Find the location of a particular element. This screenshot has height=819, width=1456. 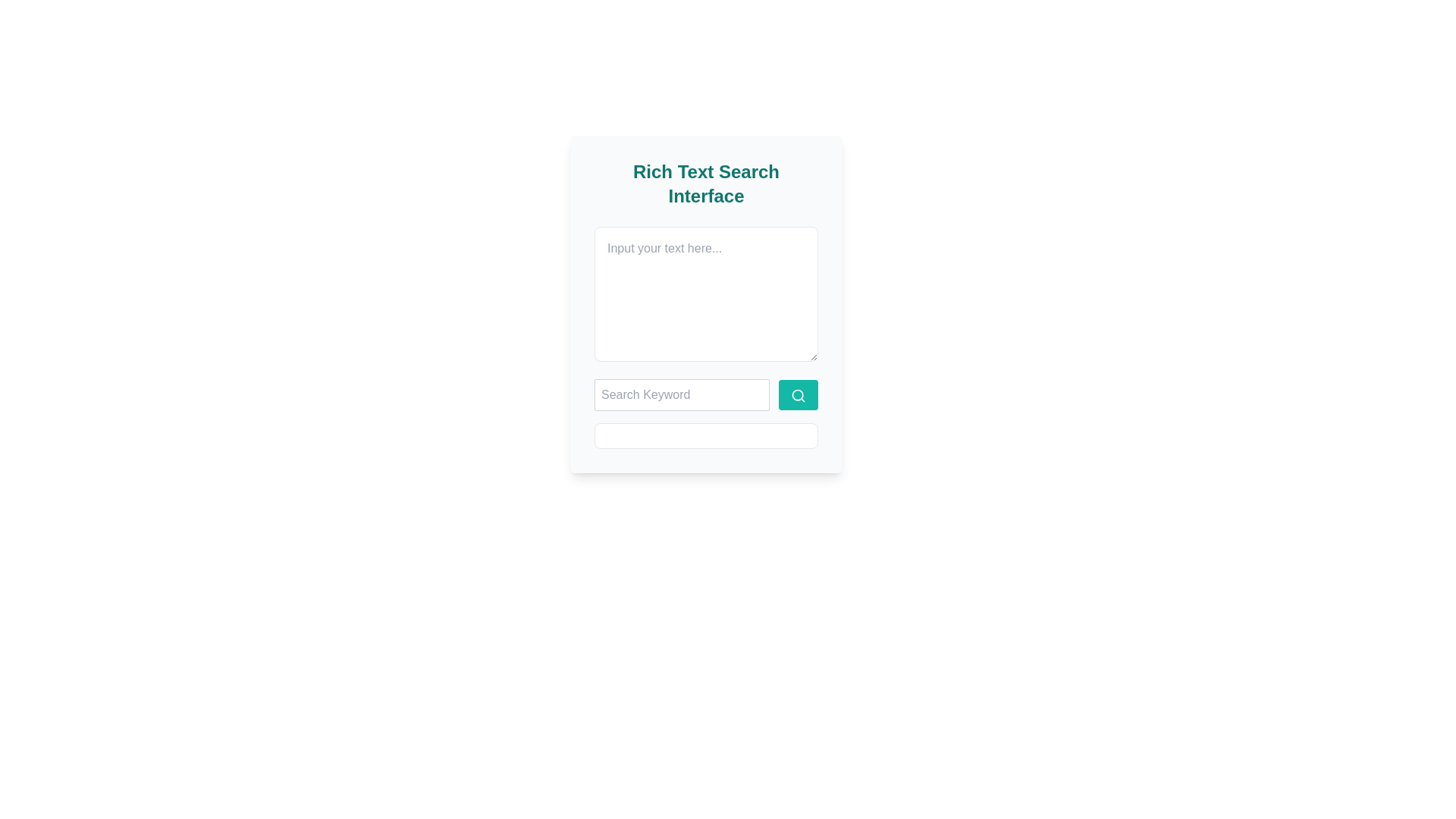

the decorative circle element located within the magnifying glass icon in the search interface is located at coordinates (797, 394).